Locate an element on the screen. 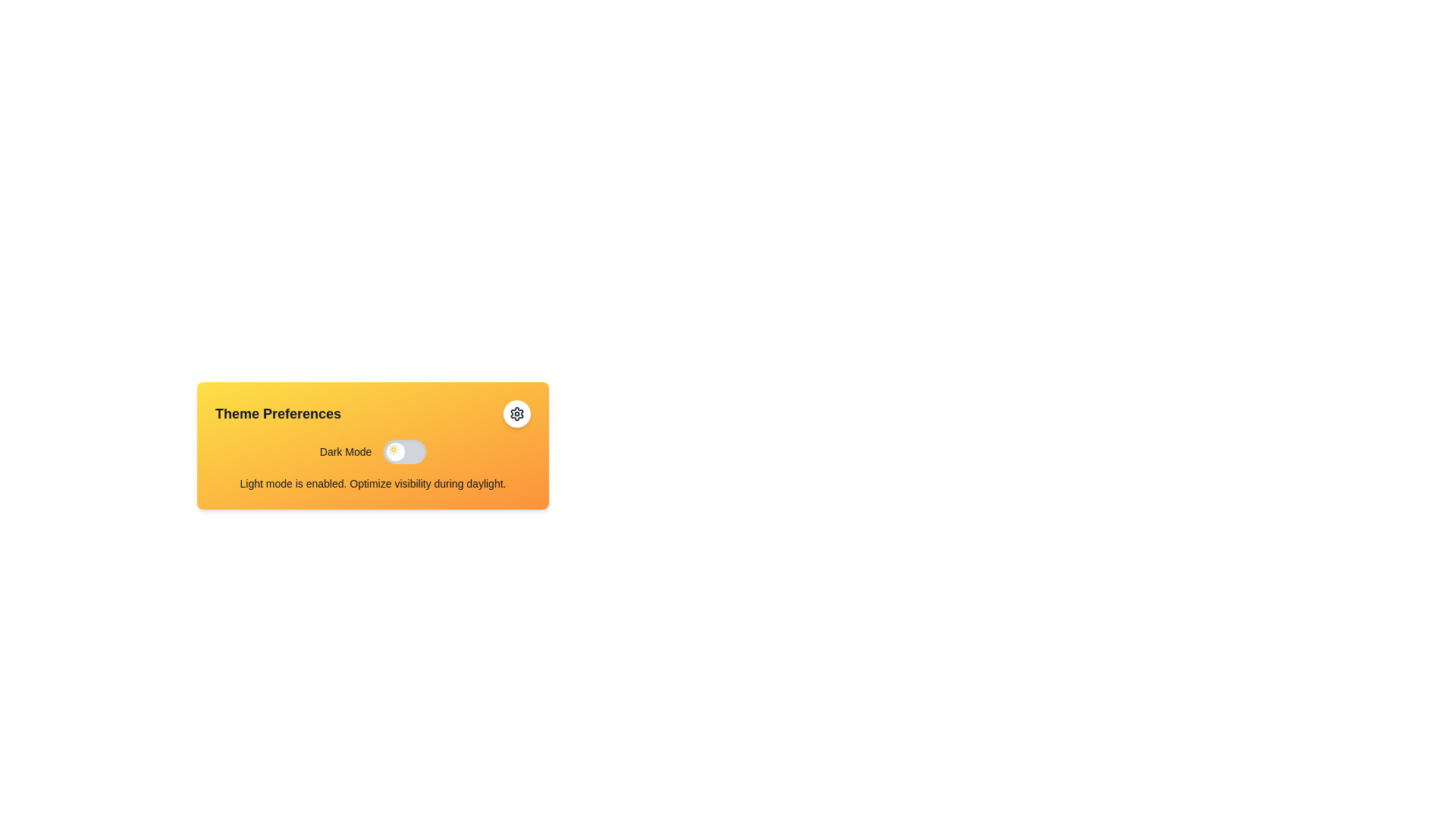  the settings icon located in the top-right corner of the 'Theme Preferences' card is located at coordinates (516, 414).